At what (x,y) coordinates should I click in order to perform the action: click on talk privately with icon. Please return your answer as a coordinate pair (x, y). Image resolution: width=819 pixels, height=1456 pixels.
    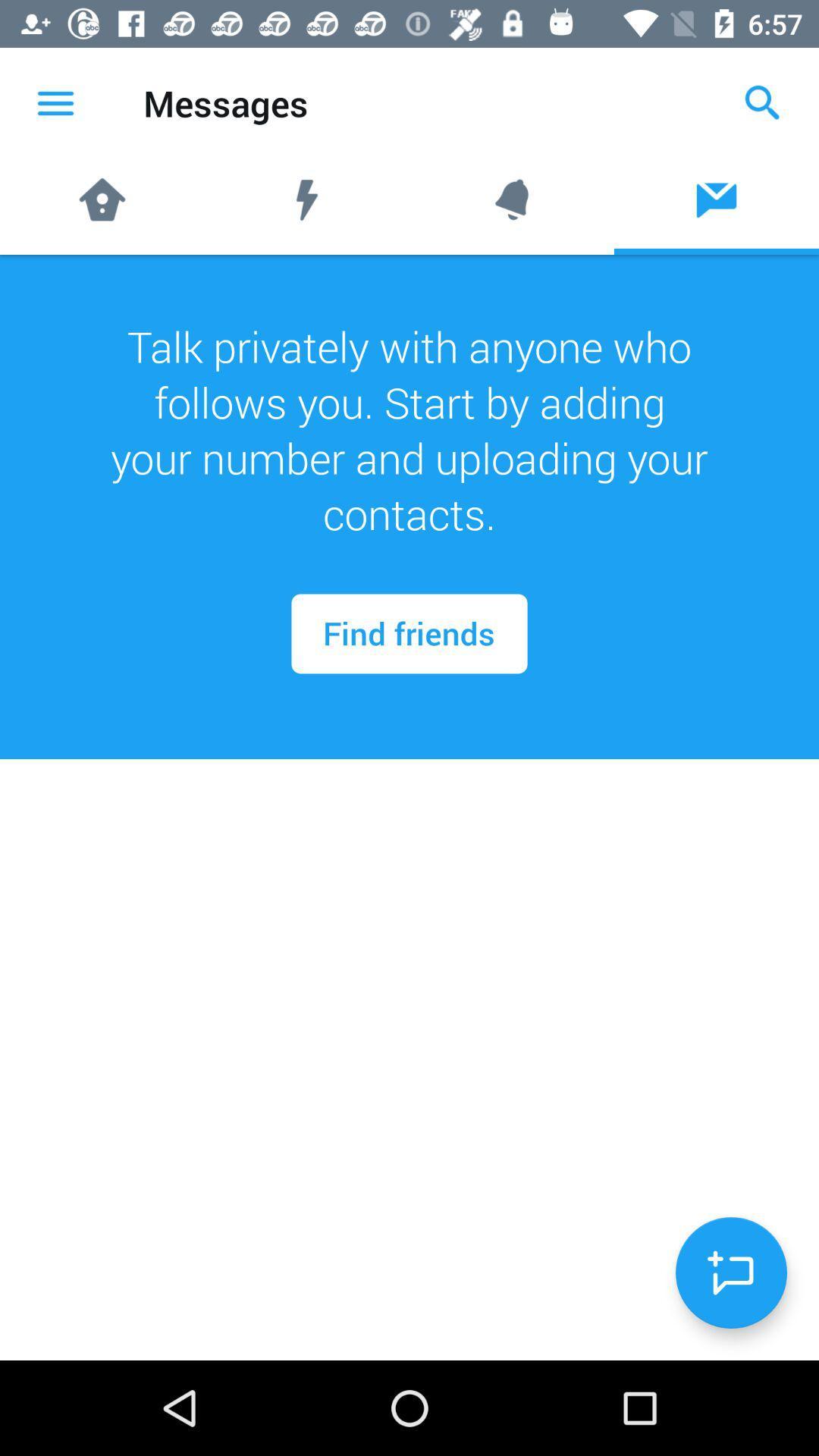
    Looking at the image, I should click on (409, 429).